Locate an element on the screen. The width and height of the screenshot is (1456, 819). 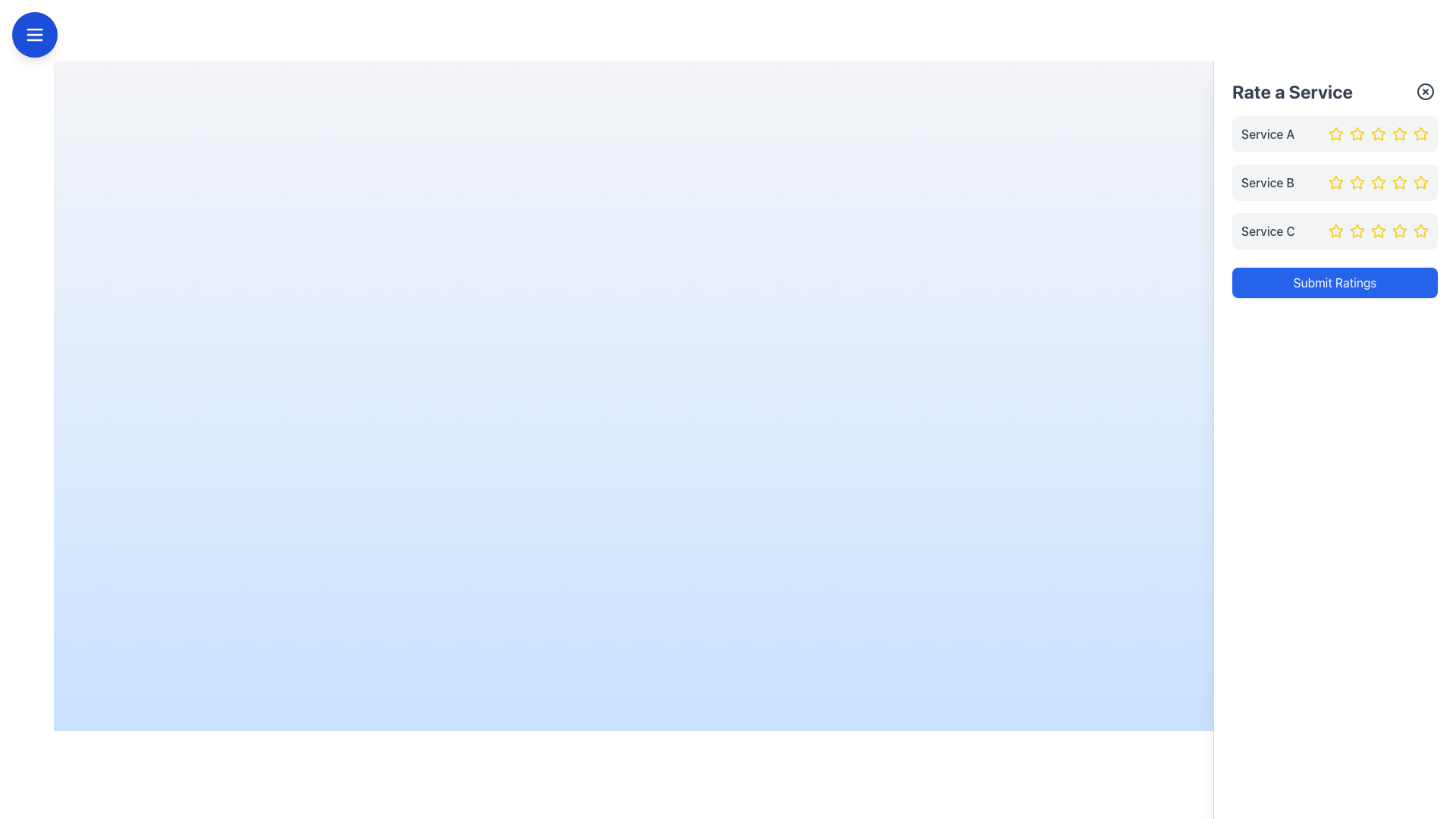
the fourth star icon is located at coordinates (1399, 133).